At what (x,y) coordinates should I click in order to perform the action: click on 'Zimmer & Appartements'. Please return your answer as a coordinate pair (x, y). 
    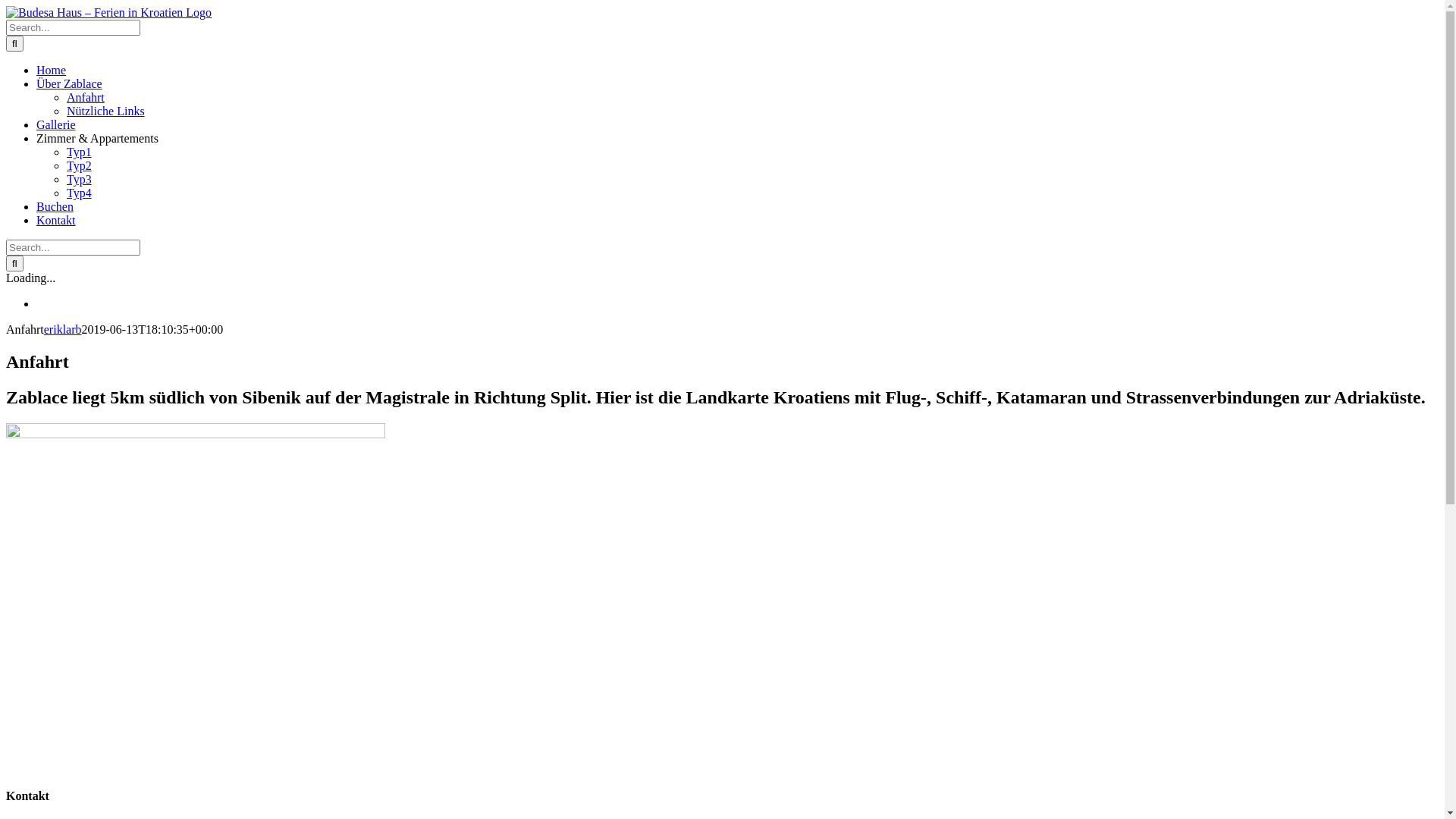
    Looking at the image, I should click on (96, 138).